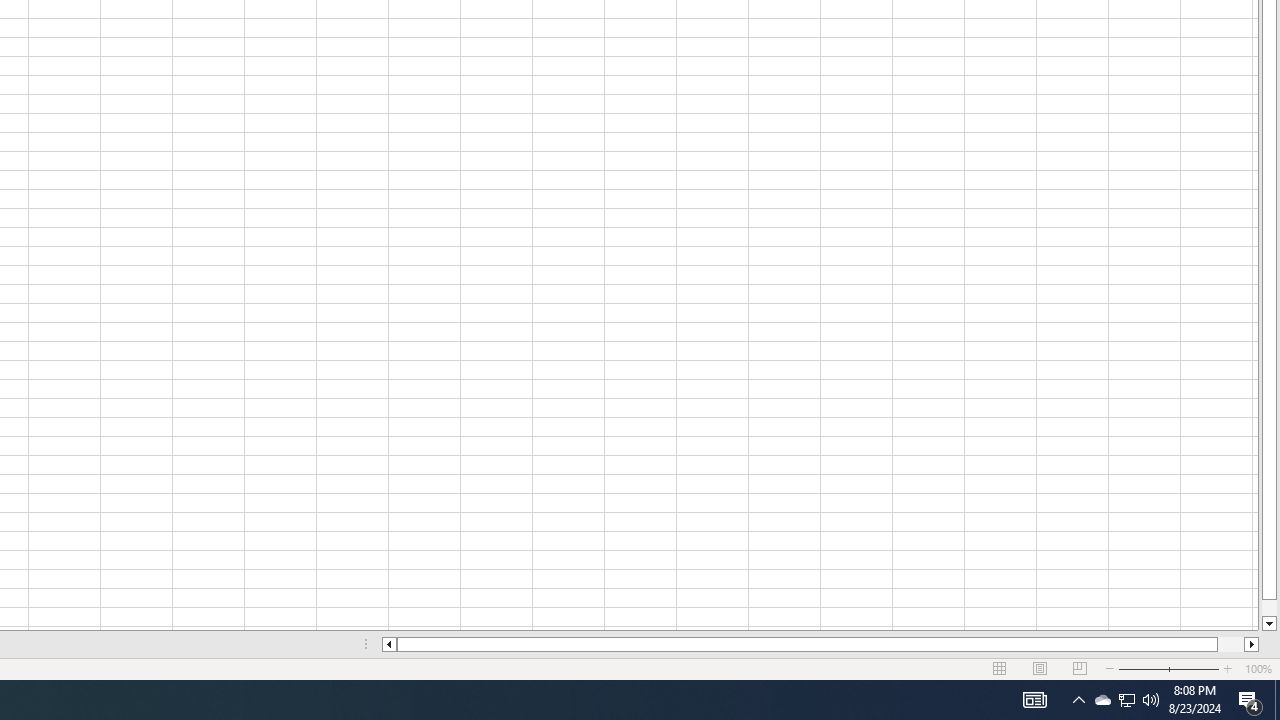 This screenshot has height=720, width=1280. Describe the element at coordinates (1268, 607) in the screenshot. I see `'Page down'` at that location.